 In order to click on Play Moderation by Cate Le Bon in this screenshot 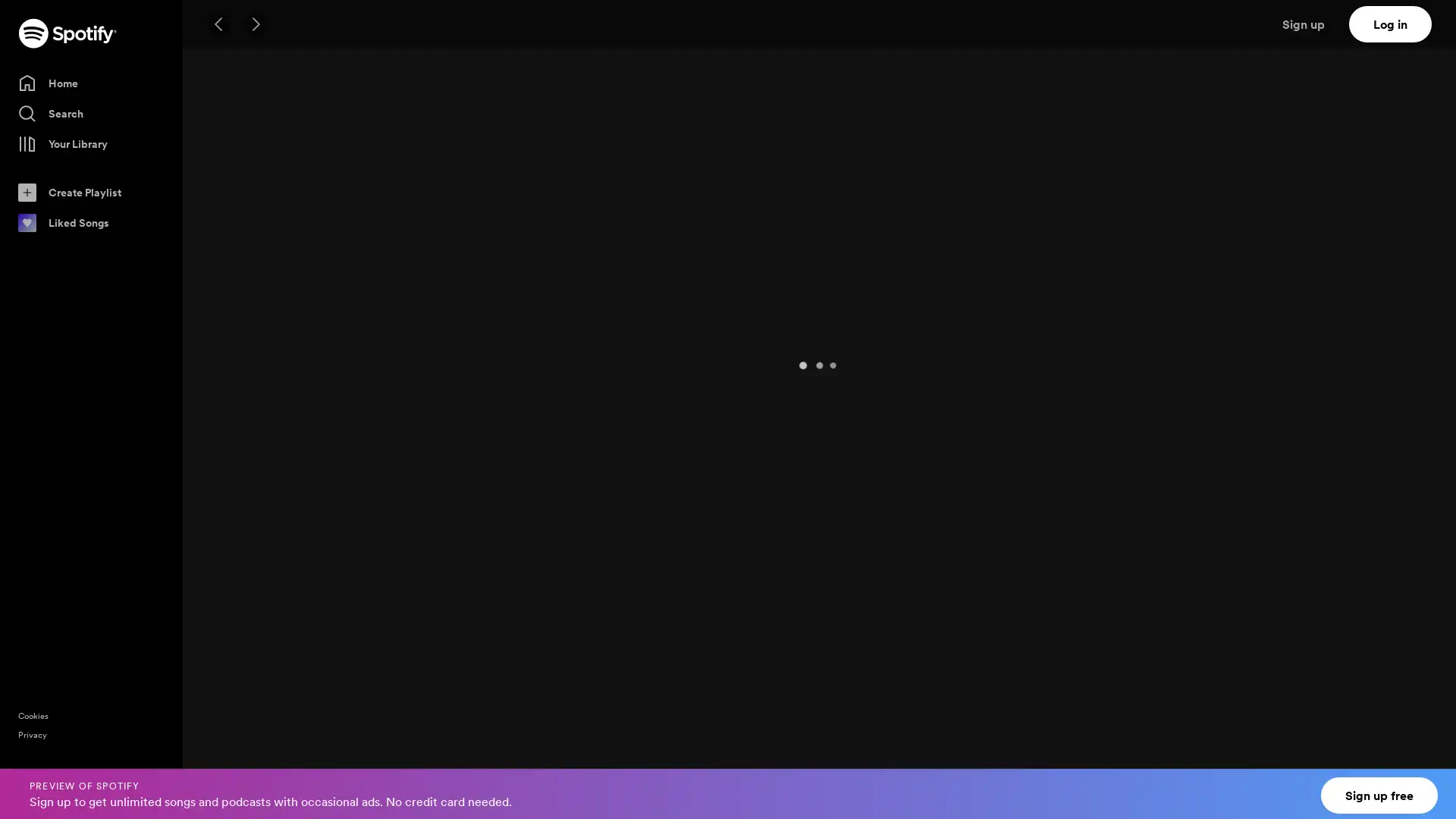, I will do `click(225, 780)`.